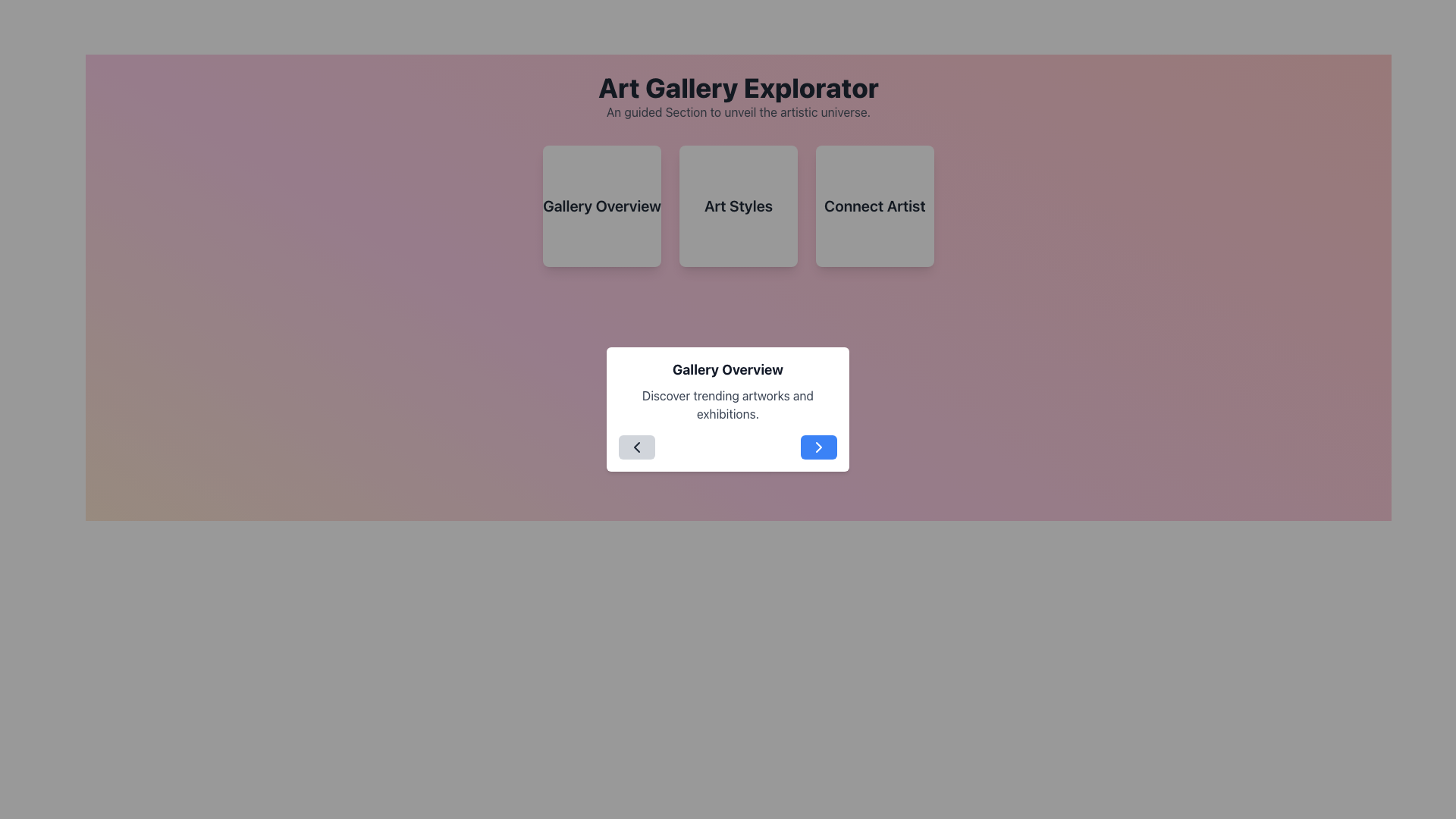 The height and width of the screenshot is (819, 1456). I want to click on the static text element located directly beneath the bold heading 'Art Gallery Explorator', which provides additional context for the page, so click(739, 111).